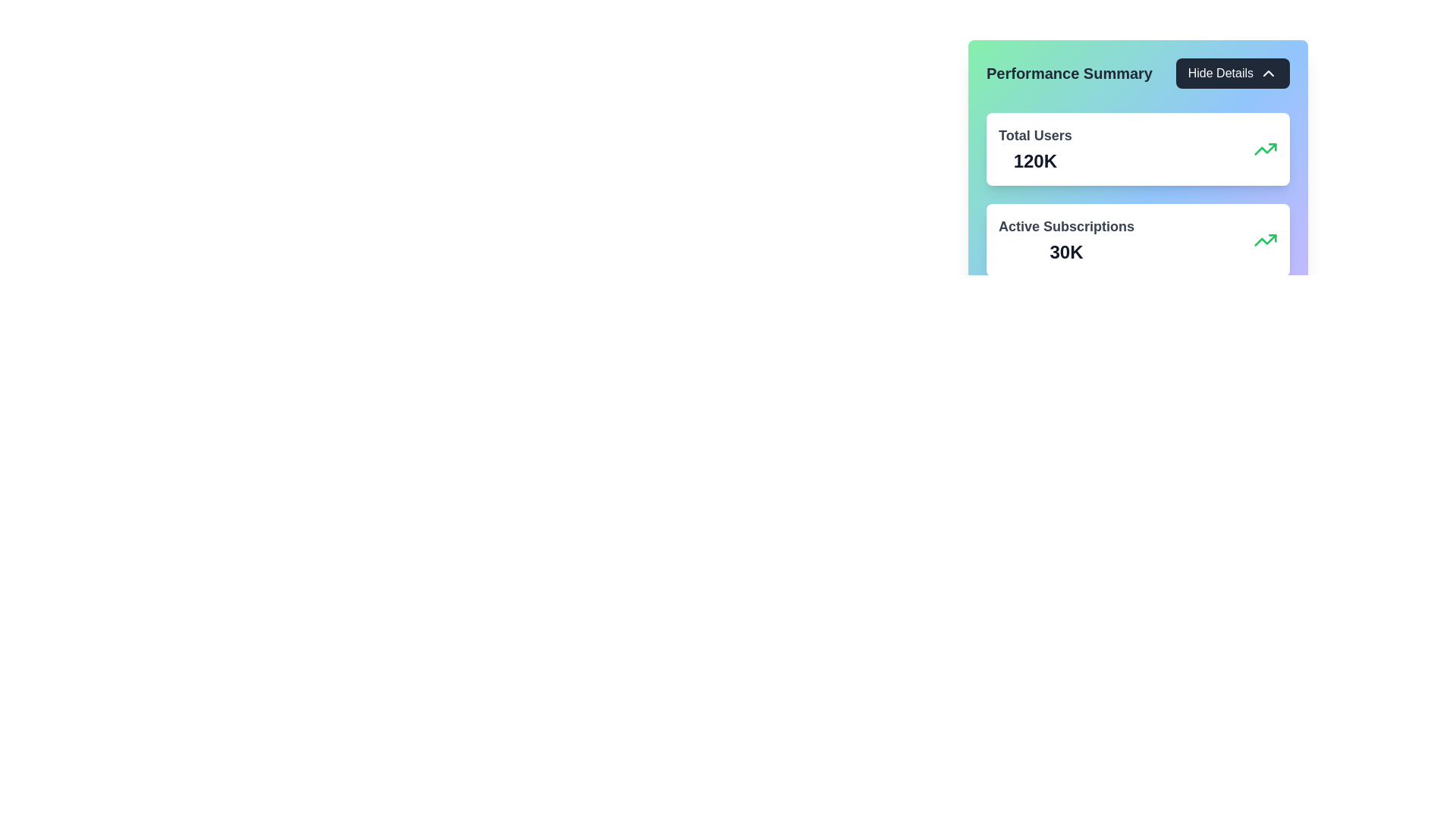 This screenshot has height=819, width=1456. I want to click on the bold and large static text display showing '120K', which is located below the 'Total Users' label in the 'Performance Summary' section, so click(1034, 161).